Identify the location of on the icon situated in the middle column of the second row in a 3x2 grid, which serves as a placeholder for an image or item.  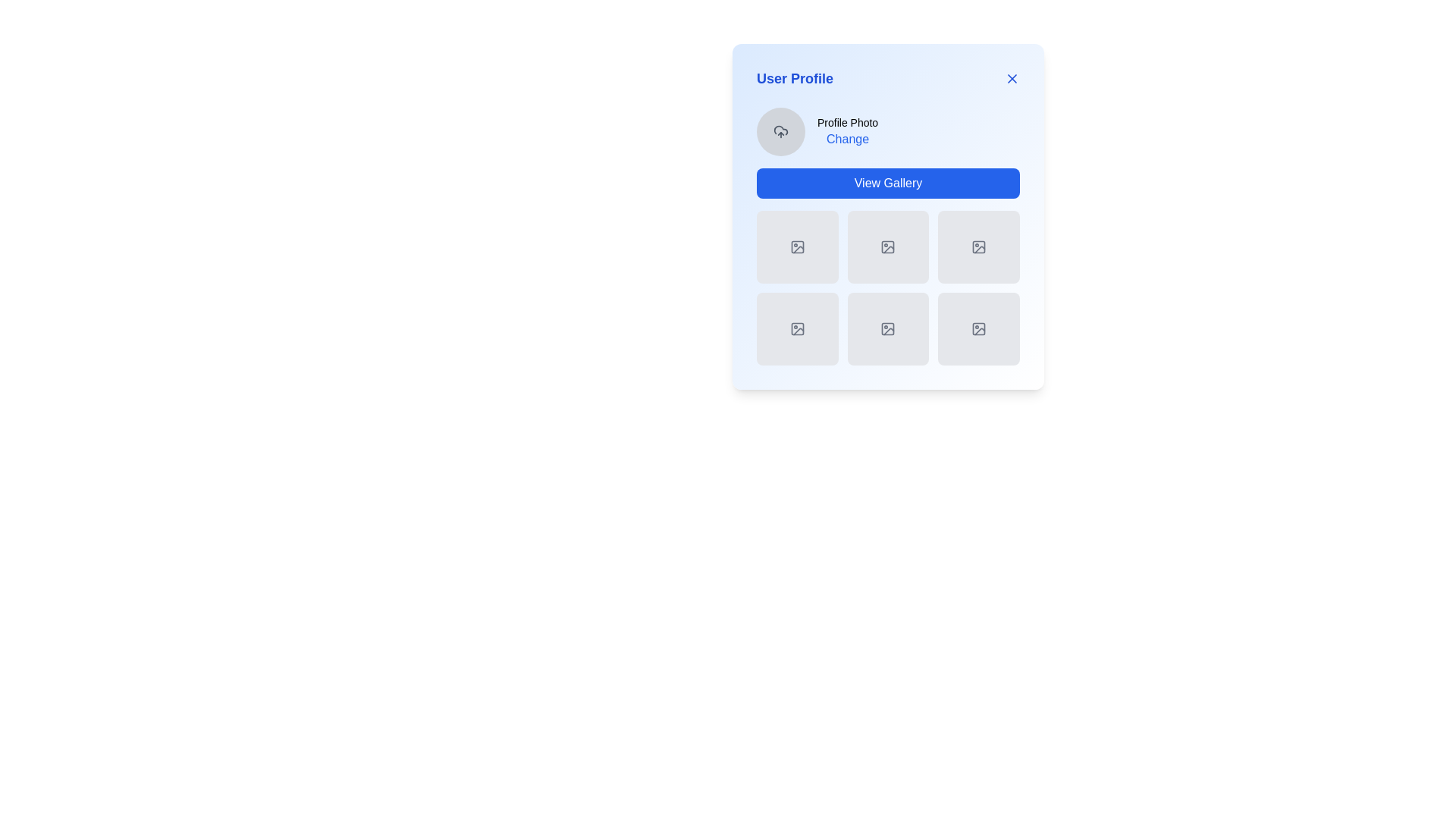
(979, 246).